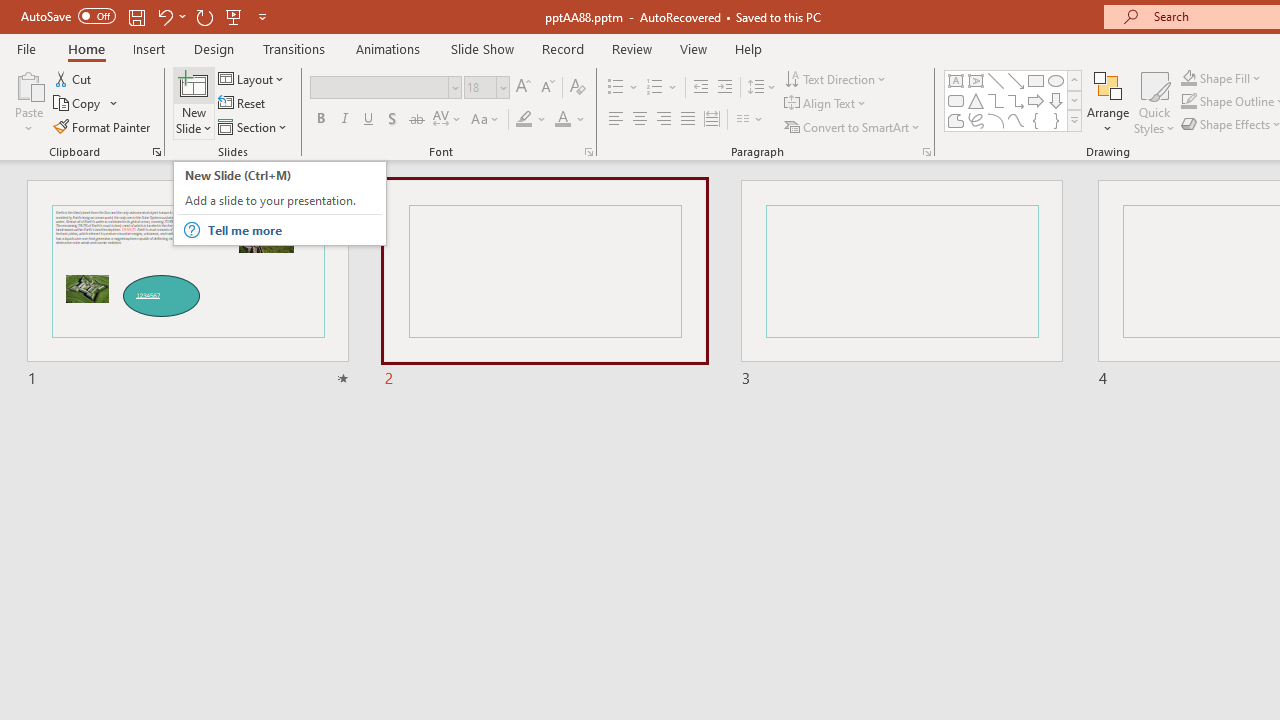  Describe the element at coordinates (749, 119) in the screenshot. I see `'Columns'` at that location.